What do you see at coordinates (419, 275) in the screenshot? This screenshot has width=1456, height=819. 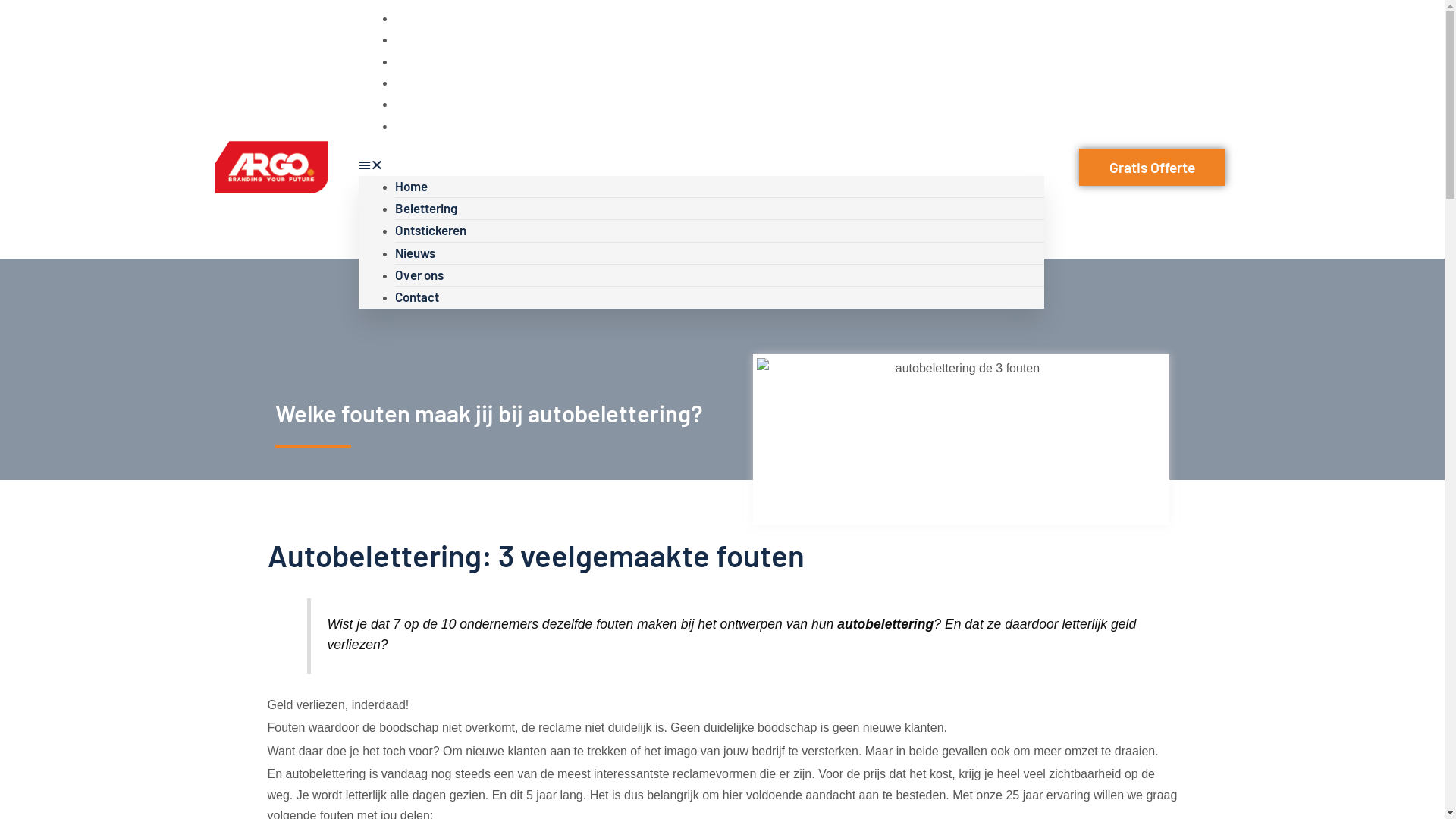 I see `'Over ons'` at bounding box center [419, 275].